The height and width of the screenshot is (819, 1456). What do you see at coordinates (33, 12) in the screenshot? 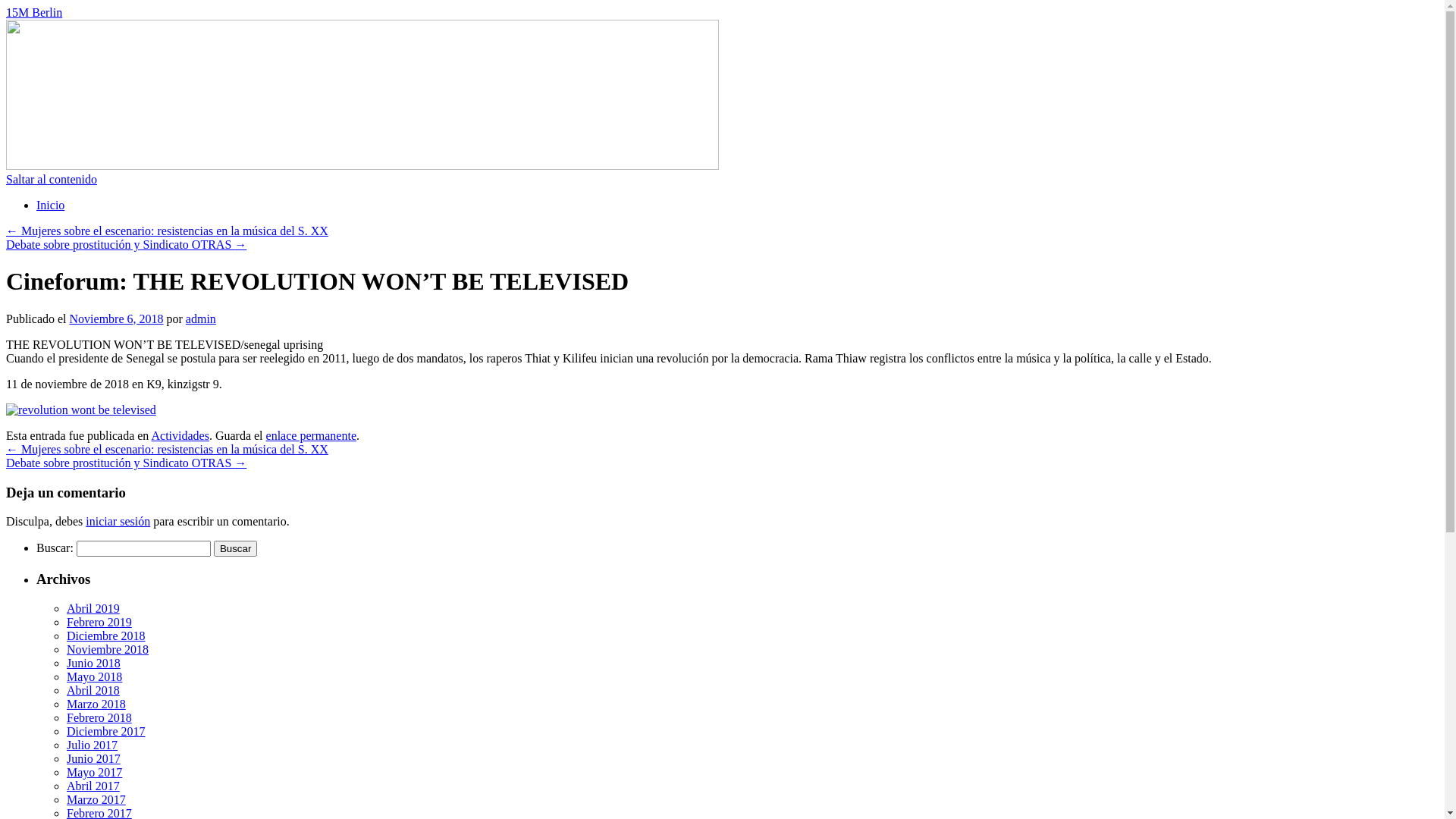
I see `'15M Berlin'` at bounding box center [33, 12].